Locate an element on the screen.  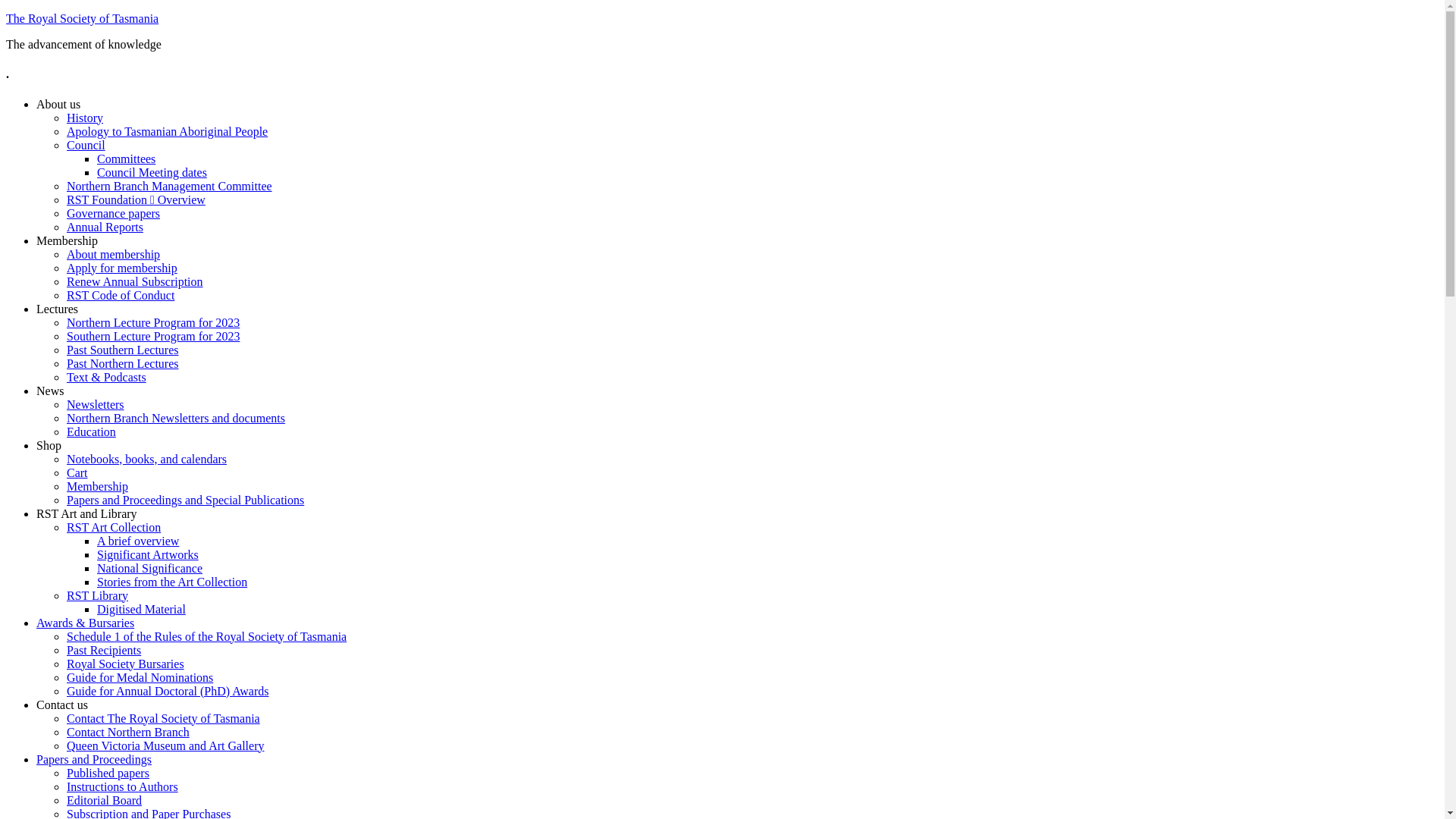
'RST Art and Library' is located at coordinates (86, 513).